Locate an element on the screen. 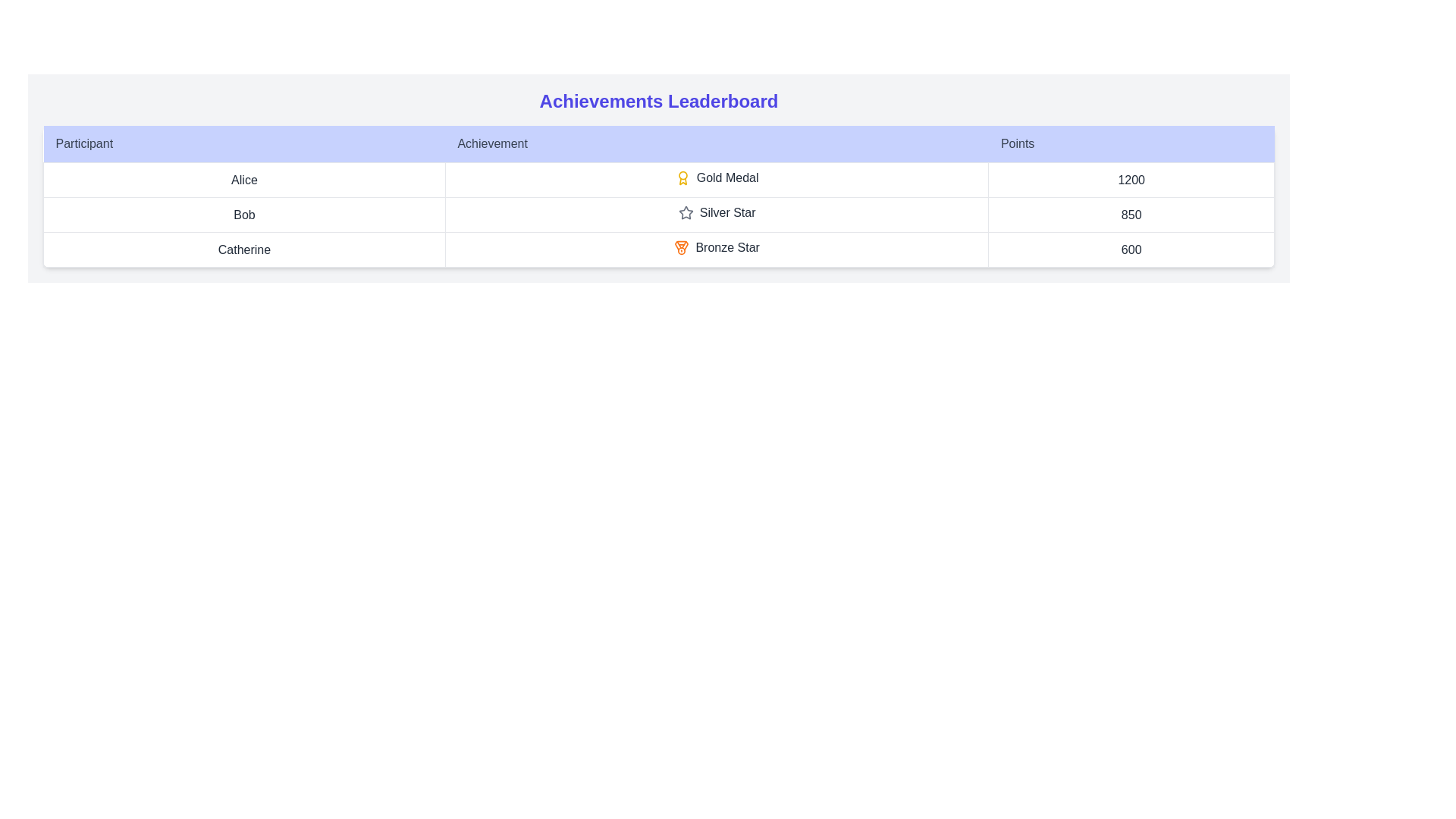  the yellow medal icon representing an award for participant 'Alice' in the 'Achievements Leaderboard' table is located at coordinates (682, 177).